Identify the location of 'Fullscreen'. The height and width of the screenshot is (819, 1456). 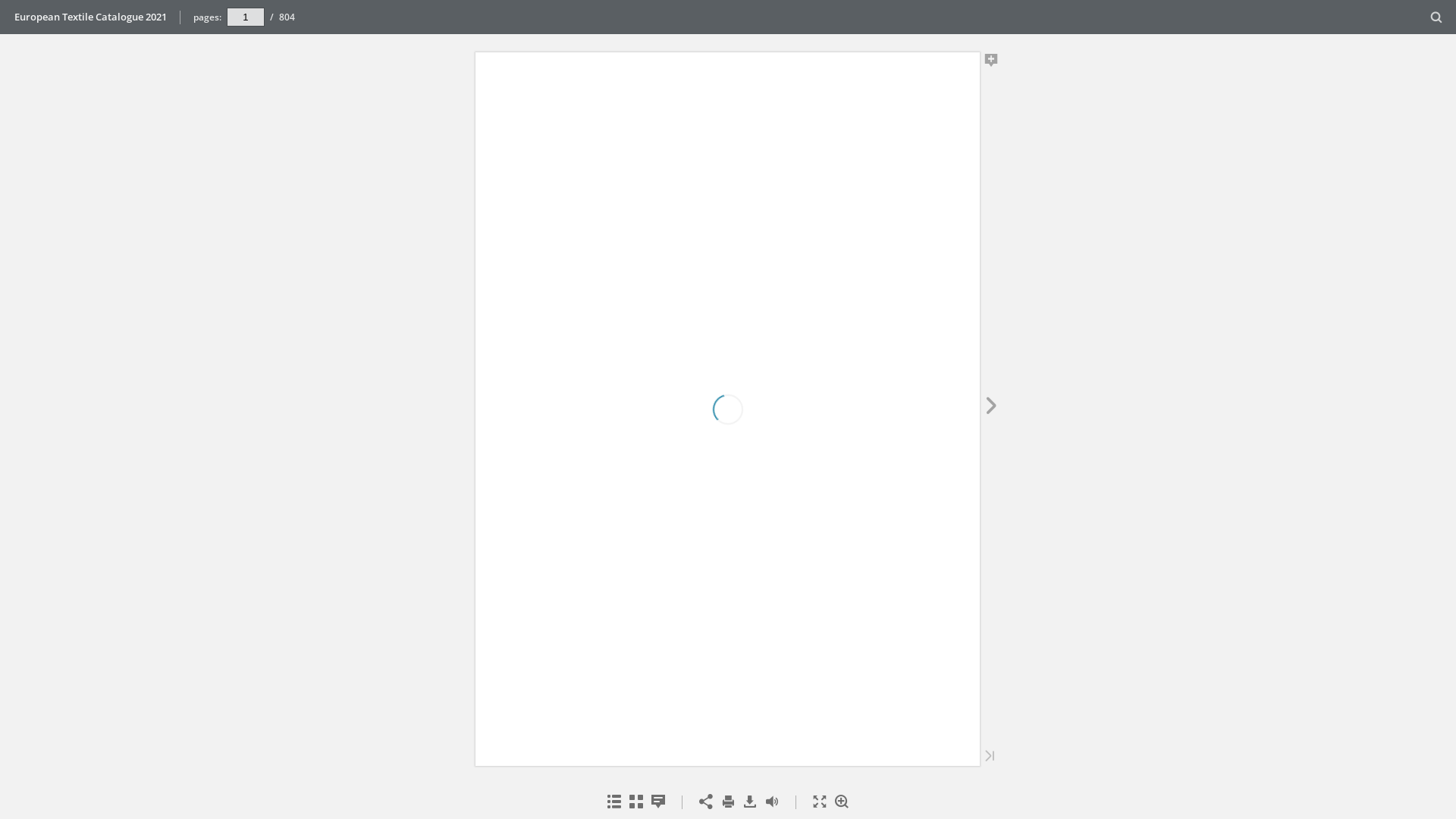
(807, 801).